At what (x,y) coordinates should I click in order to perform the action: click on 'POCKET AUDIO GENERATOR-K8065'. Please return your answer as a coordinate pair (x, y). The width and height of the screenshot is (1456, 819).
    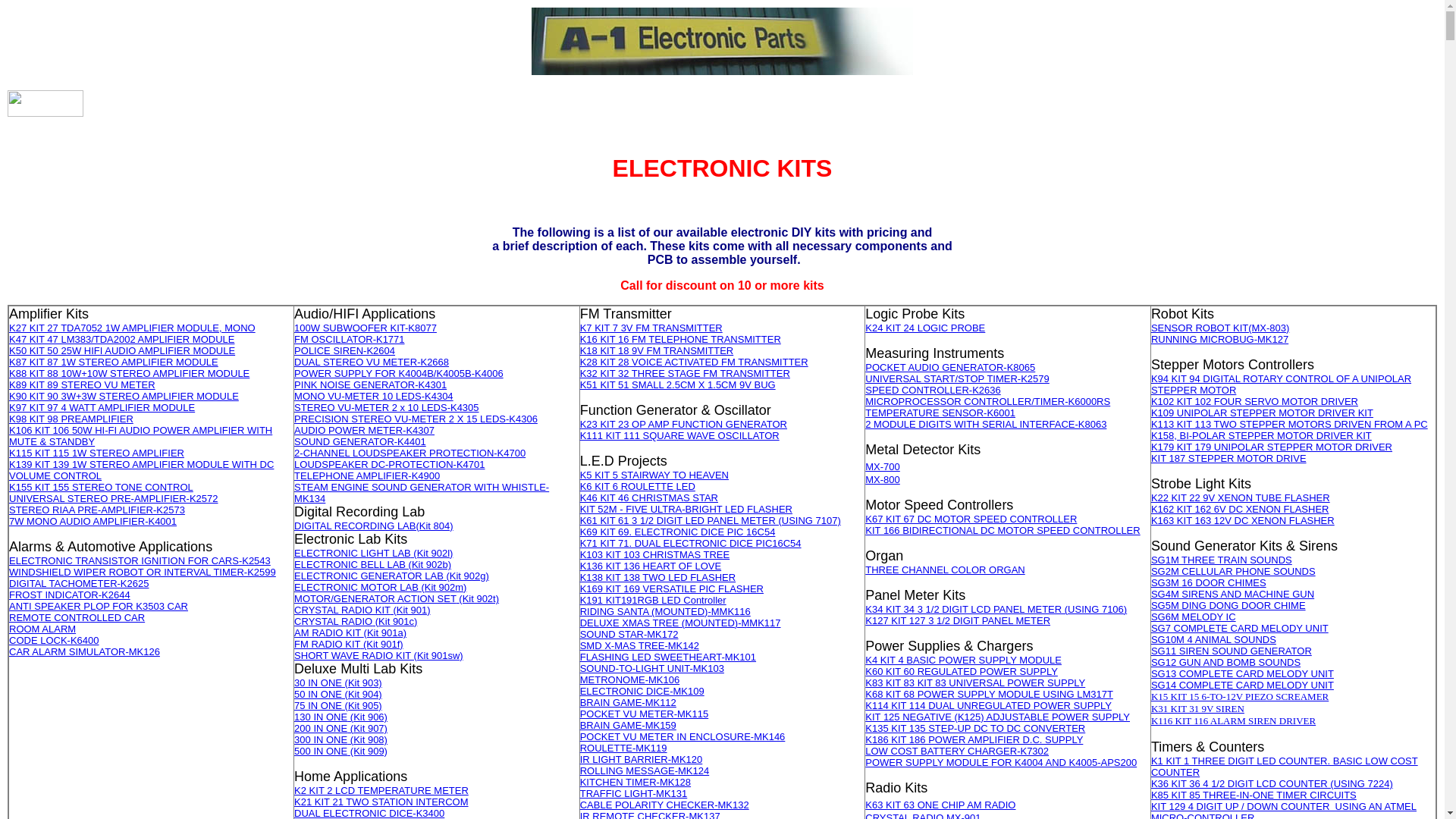
    Looking at the image, I should click on (865, 367).